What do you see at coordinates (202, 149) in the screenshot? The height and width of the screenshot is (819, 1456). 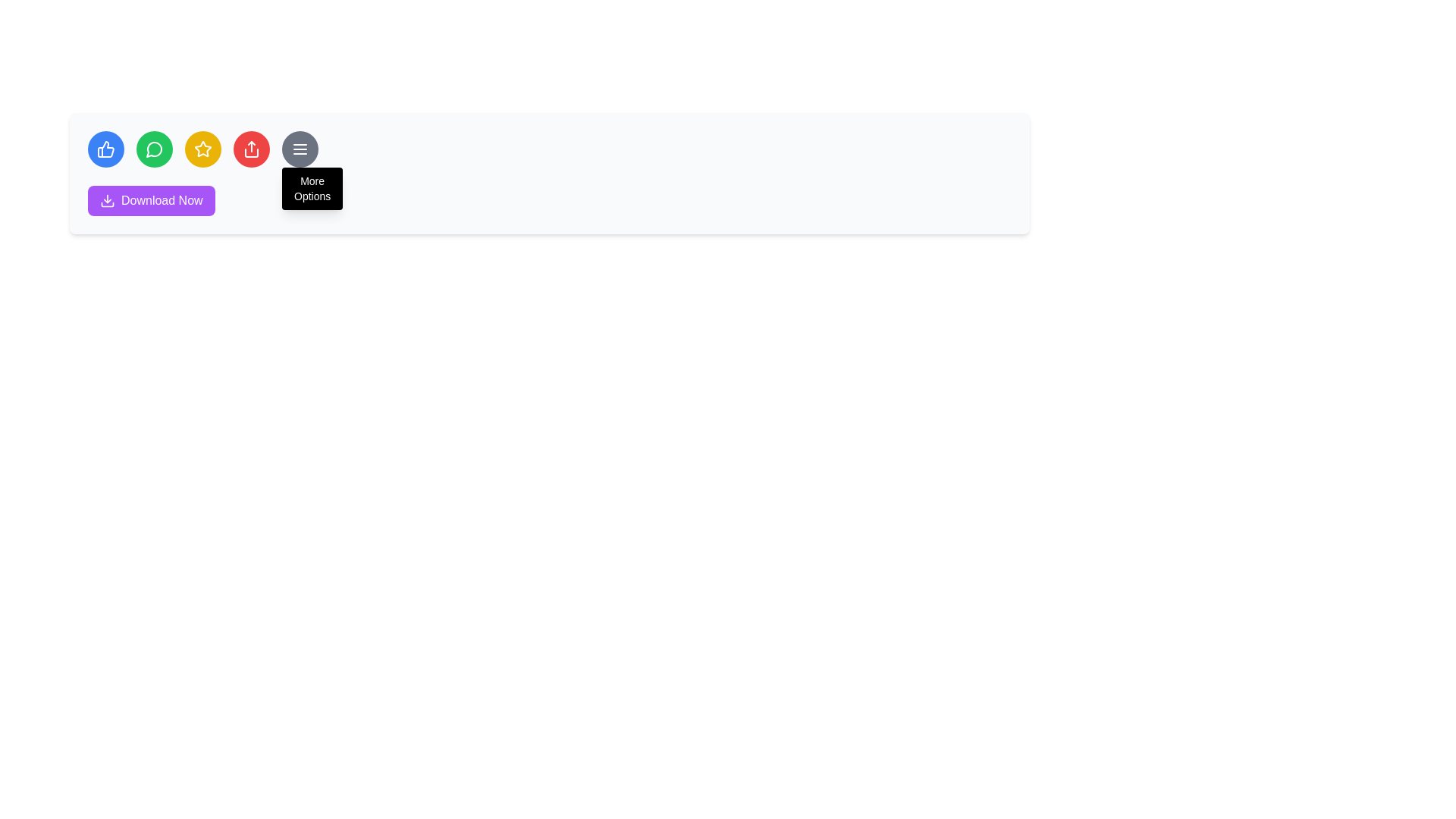 I see `the yellow star-shaped icon button located at the center-top area of the interface` at bounding box center [202, 149].